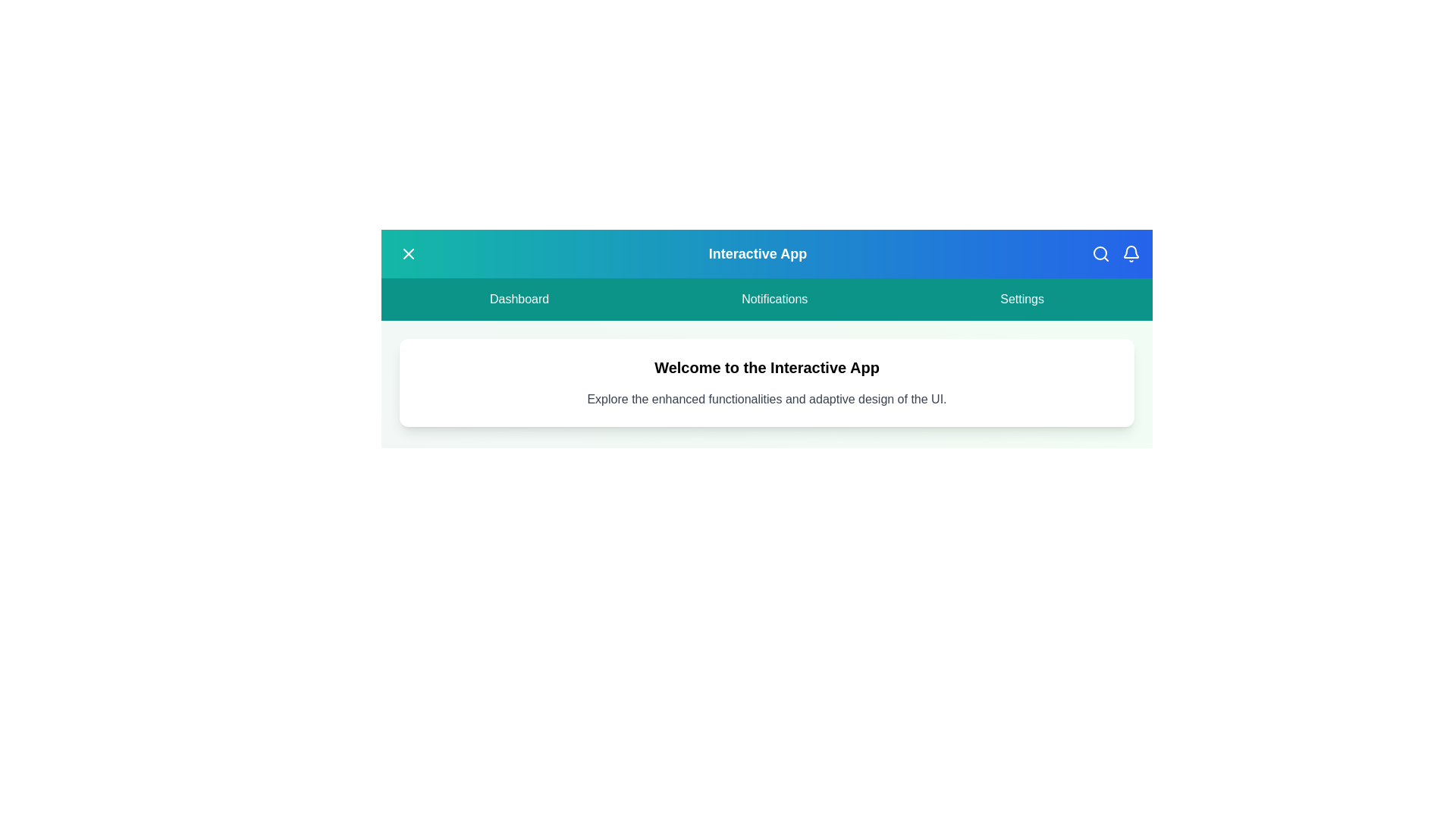  Describe the element at coordinates (1131, 253) in the screenshot. I see `the bell icon to interact with it` at that location.